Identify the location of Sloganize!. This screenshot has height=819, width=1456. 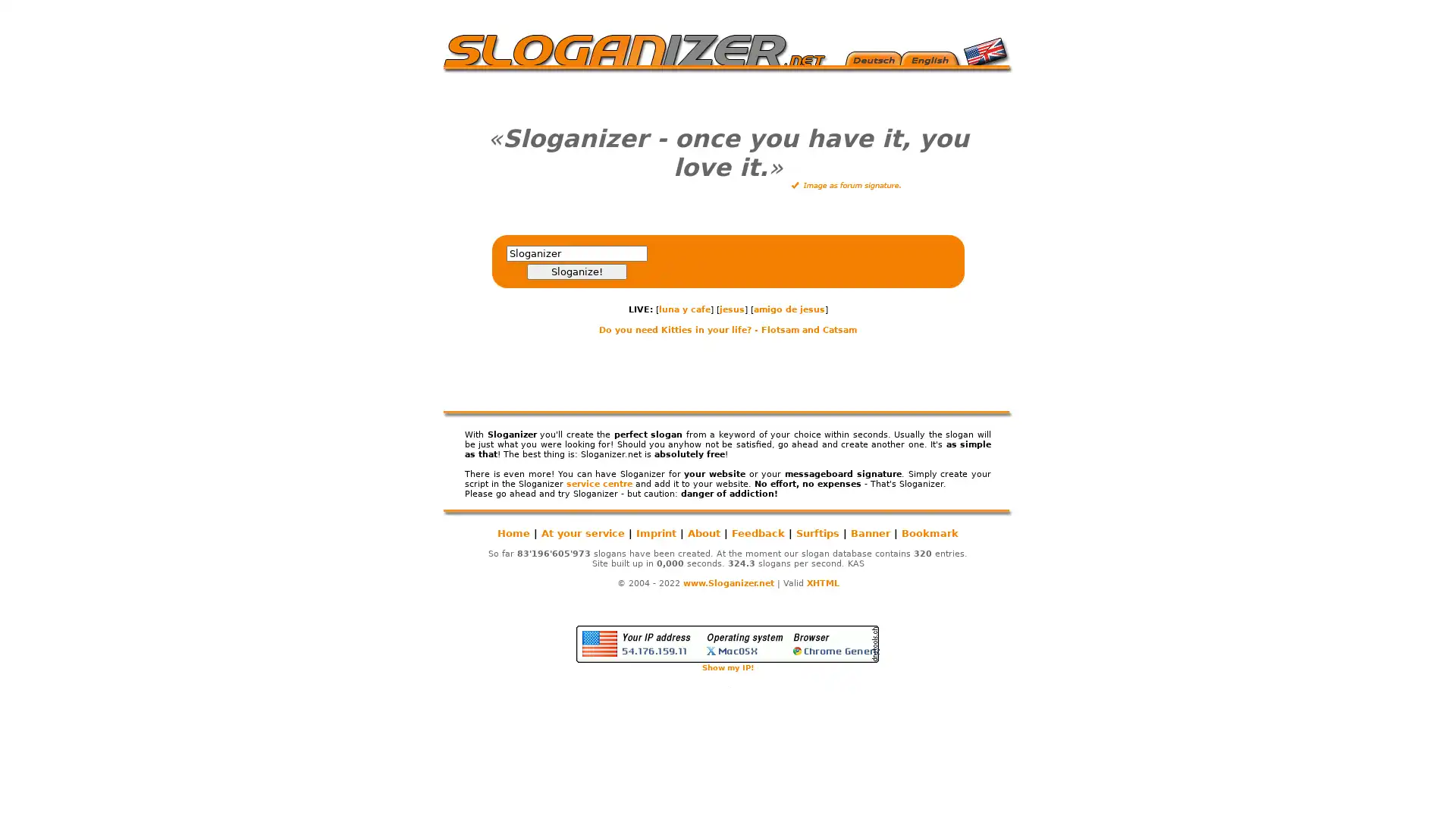
(575, 271).